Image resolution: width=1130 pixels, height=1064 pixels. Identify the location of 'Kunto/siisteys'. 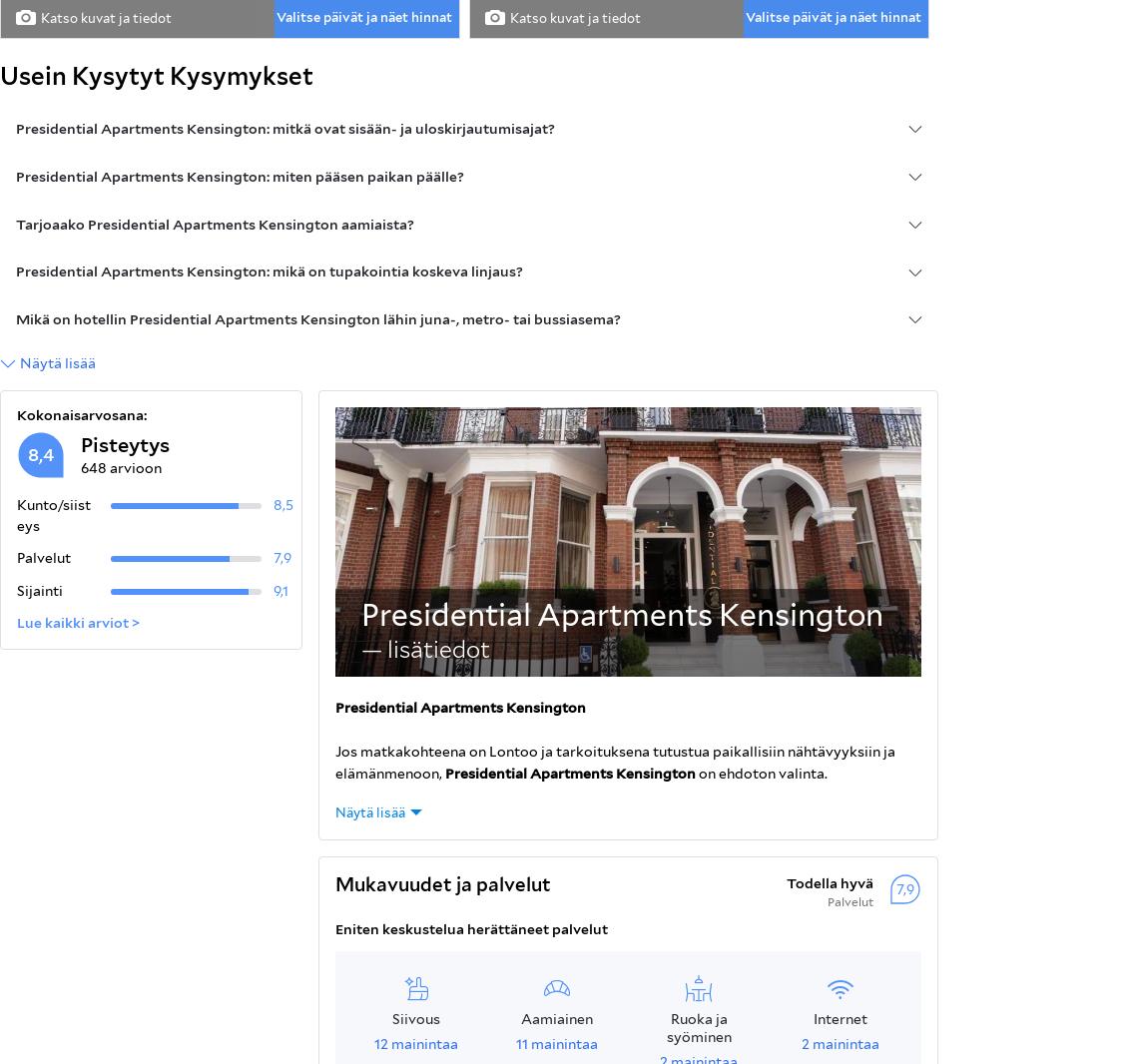
(53, 514).